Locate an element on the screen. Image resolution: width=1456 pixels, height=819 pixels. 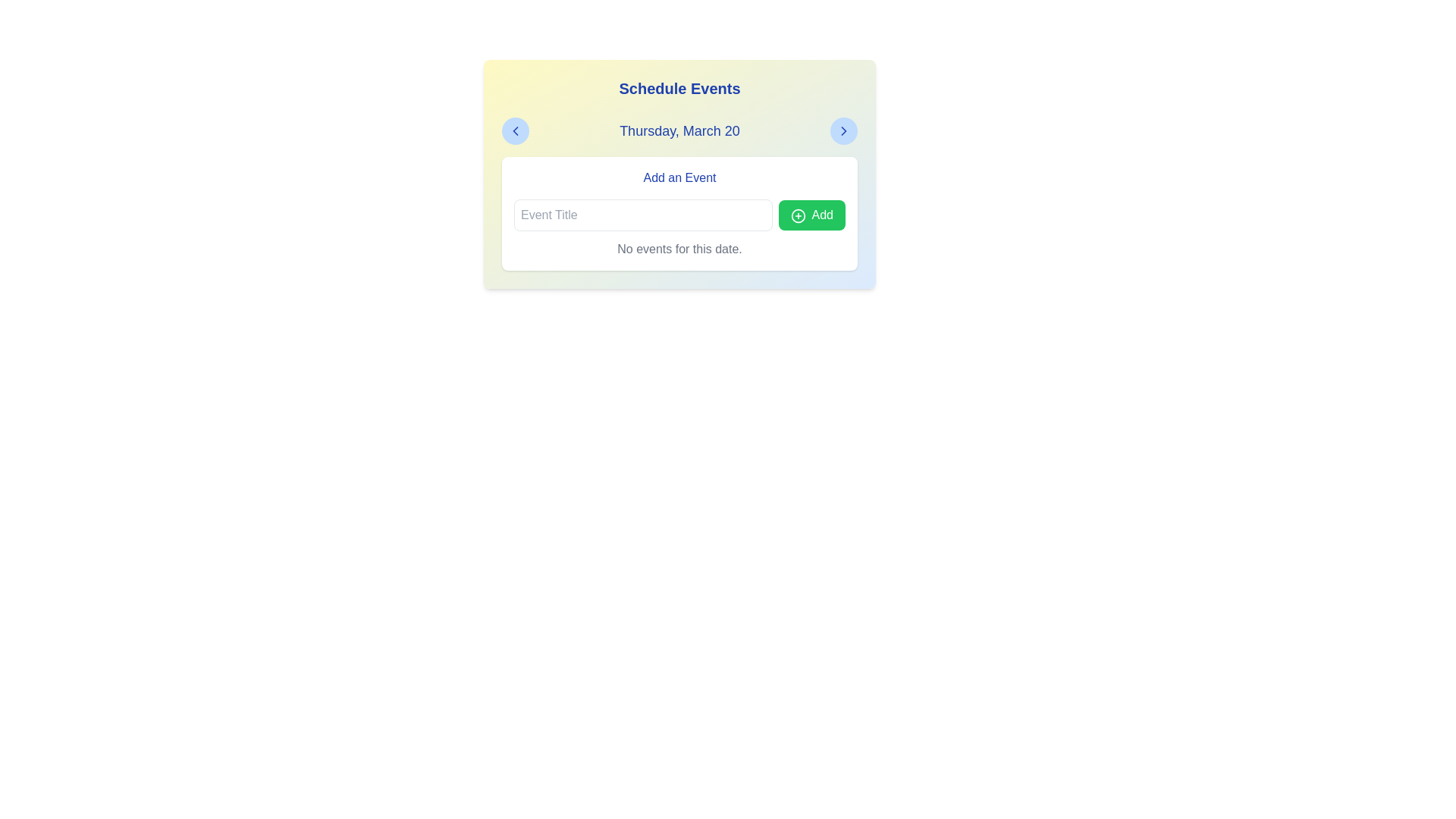
the left-facing chevron icon within the circular button is located at coordinates (516, 130).